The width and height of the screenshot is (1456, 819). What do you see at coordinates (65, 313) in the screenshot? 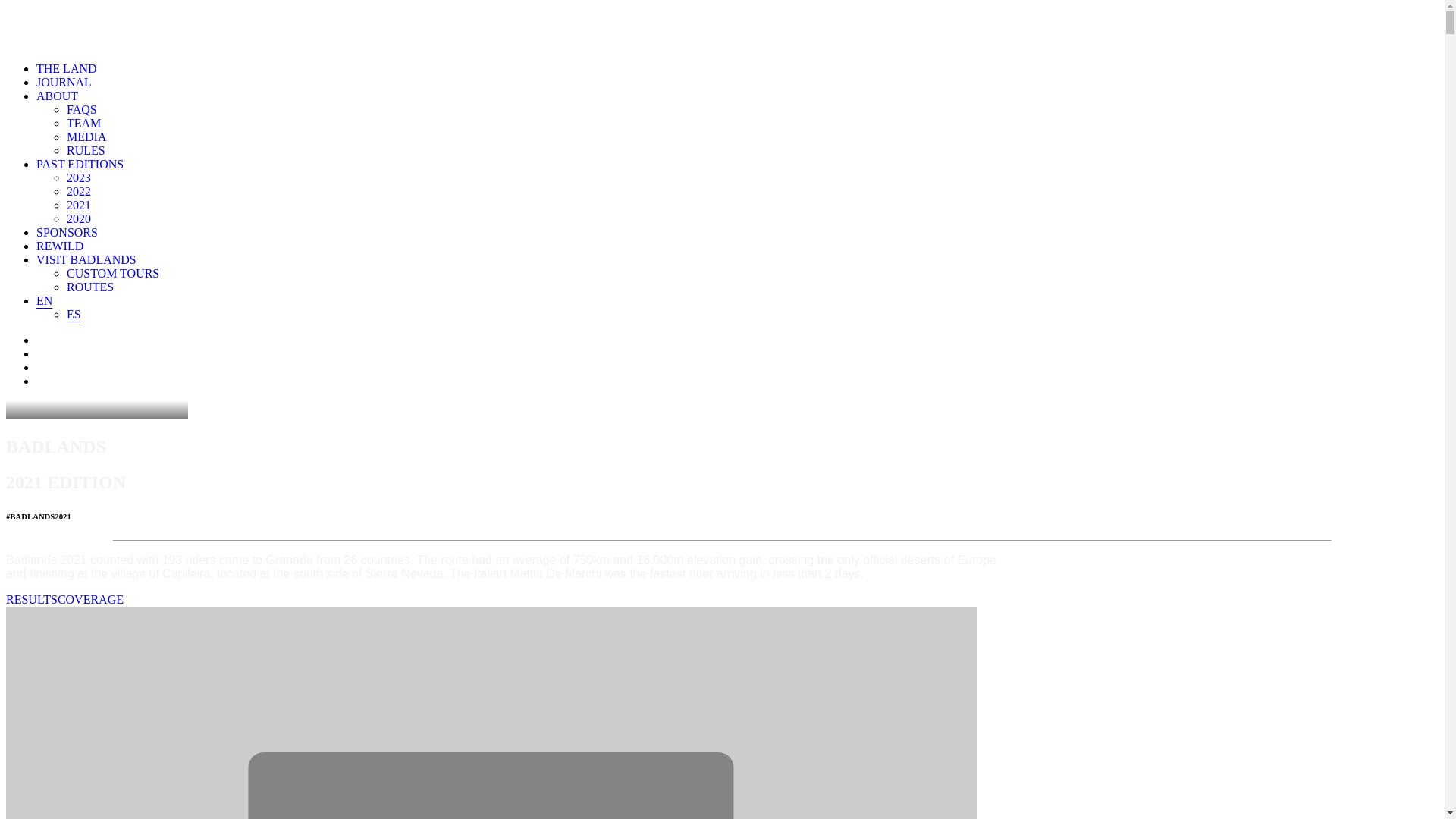
I see `'ES'` at bounding box center [65, 313].